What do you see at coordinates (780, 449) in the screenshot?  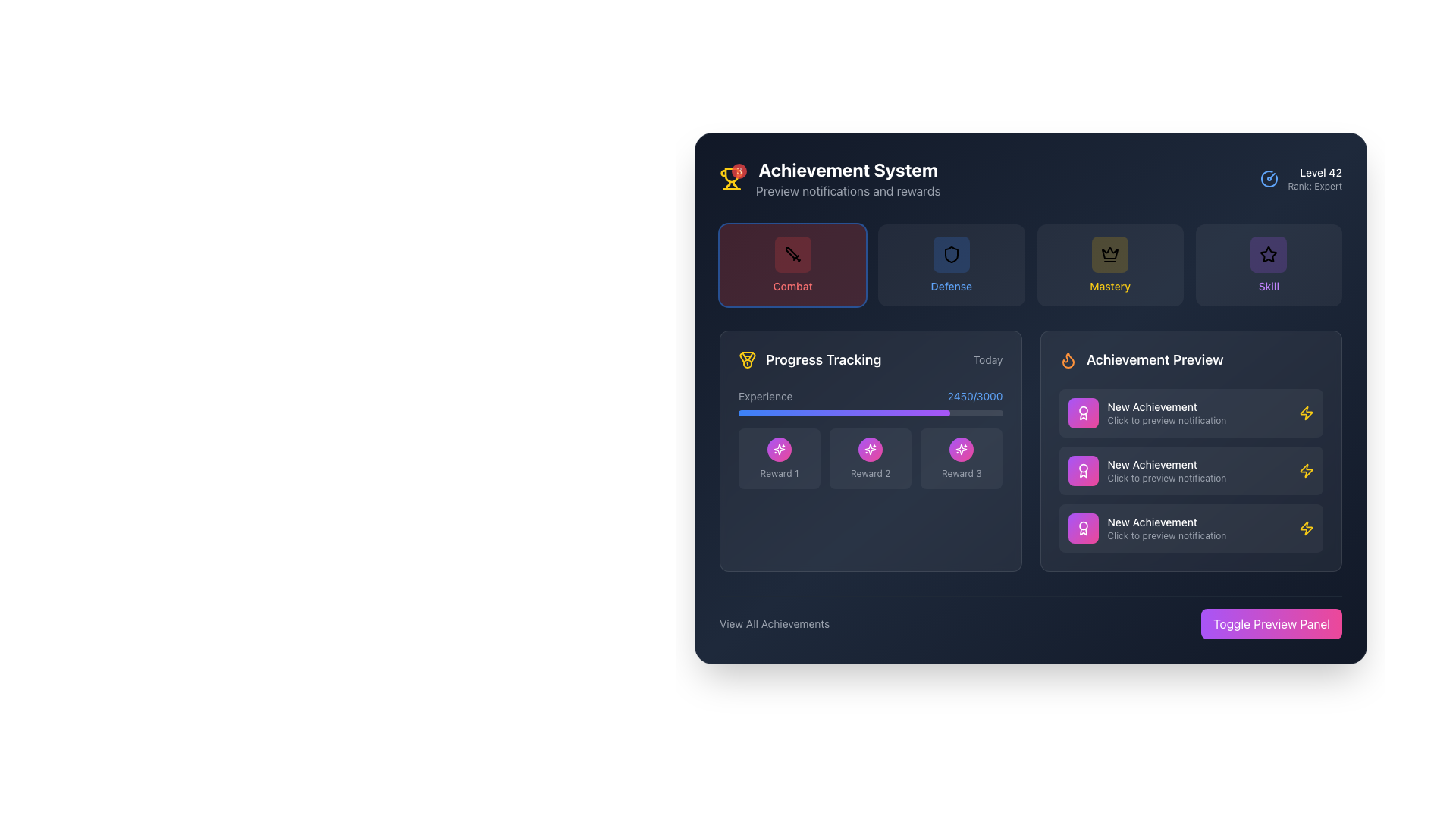 I see `the small circular decorative graphical element with a gradient from purple to pink and a white star-like icon at its center, located in the middle row of the 'Progress Tracking' section` at bounding box center [780, 449].